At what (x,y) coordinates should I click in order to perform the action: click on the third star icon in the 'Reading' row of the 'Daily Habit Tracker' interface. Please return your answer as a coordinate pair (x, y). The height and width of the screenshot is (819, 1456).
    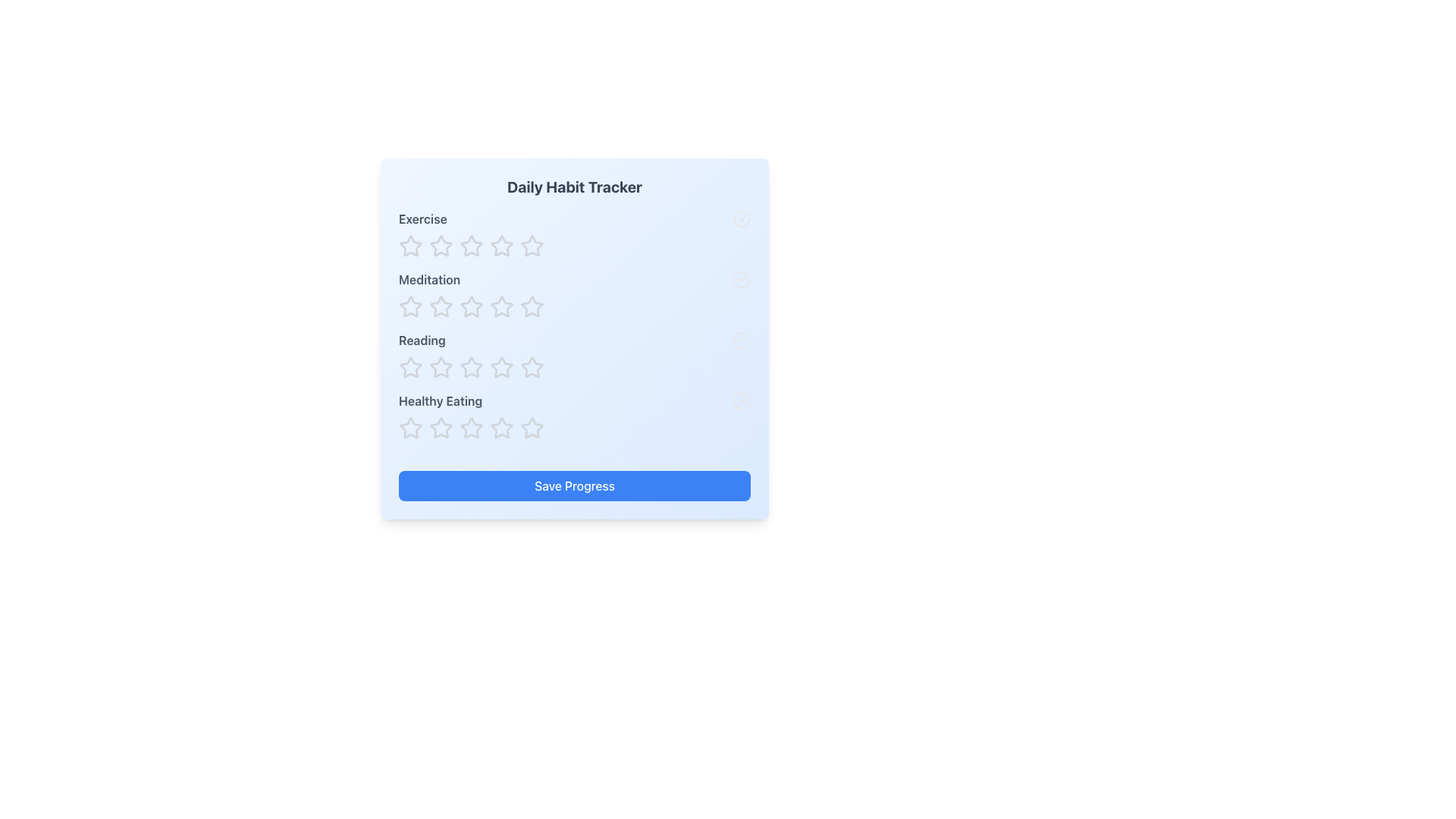
    Looking at the image, I should click on (410, 366).